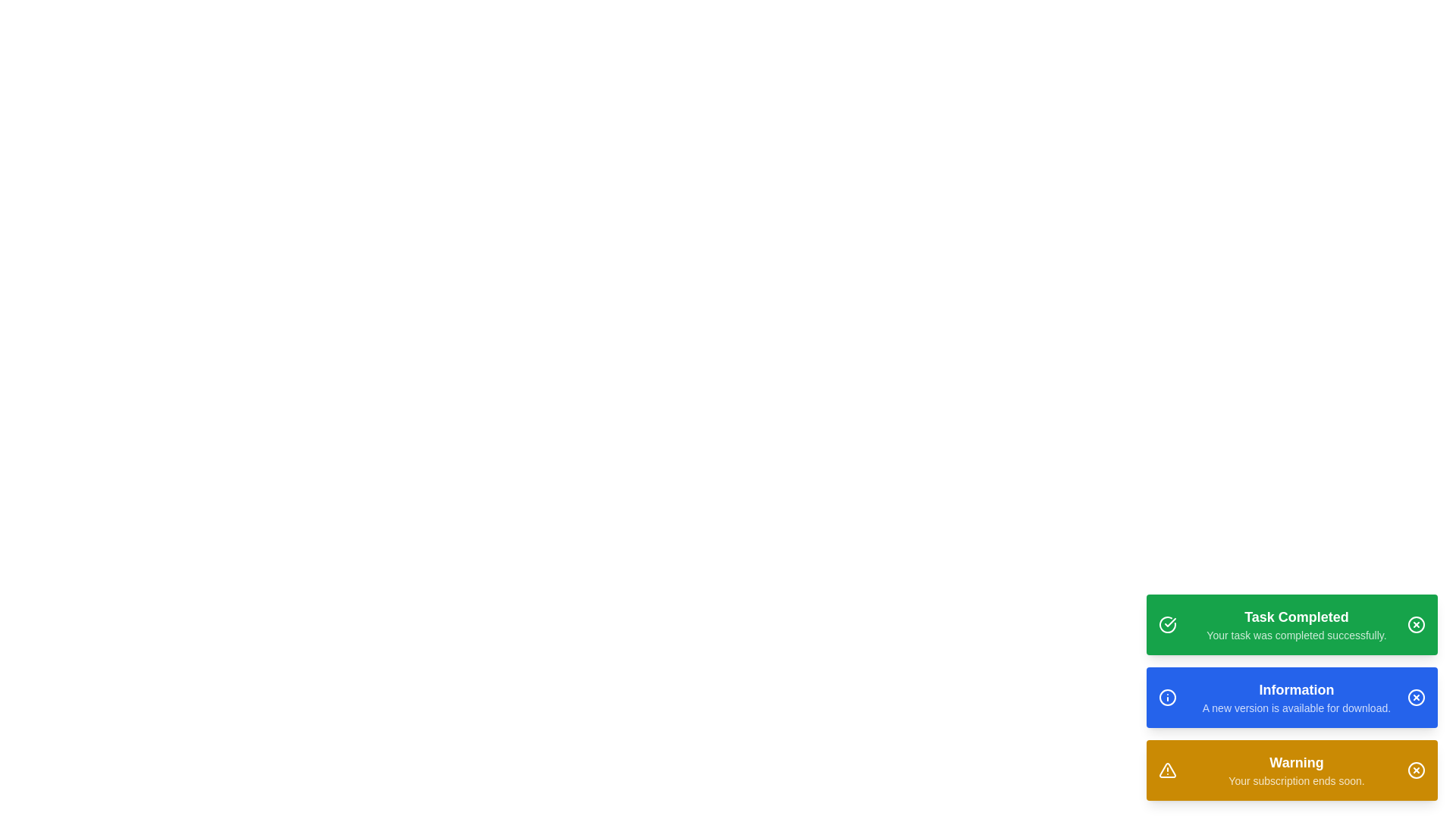 This screenshot has width=1456, height=819. Describe the element at coordinates (1167, 770) in the screenshot. I see `the warning indication icon located at the left side of the yellow 'Warning' notification box at the bottom of the vertical stack of three notification boxes` at that location.